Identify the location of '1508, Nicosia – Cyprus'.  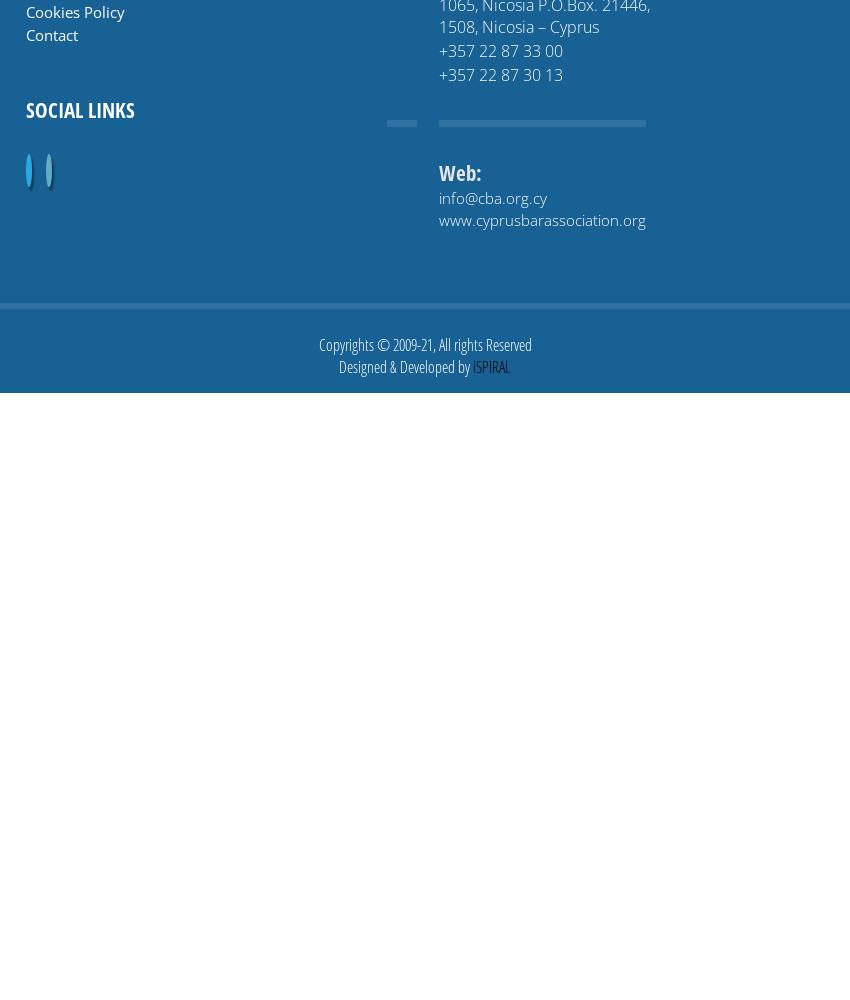
(438, 27).